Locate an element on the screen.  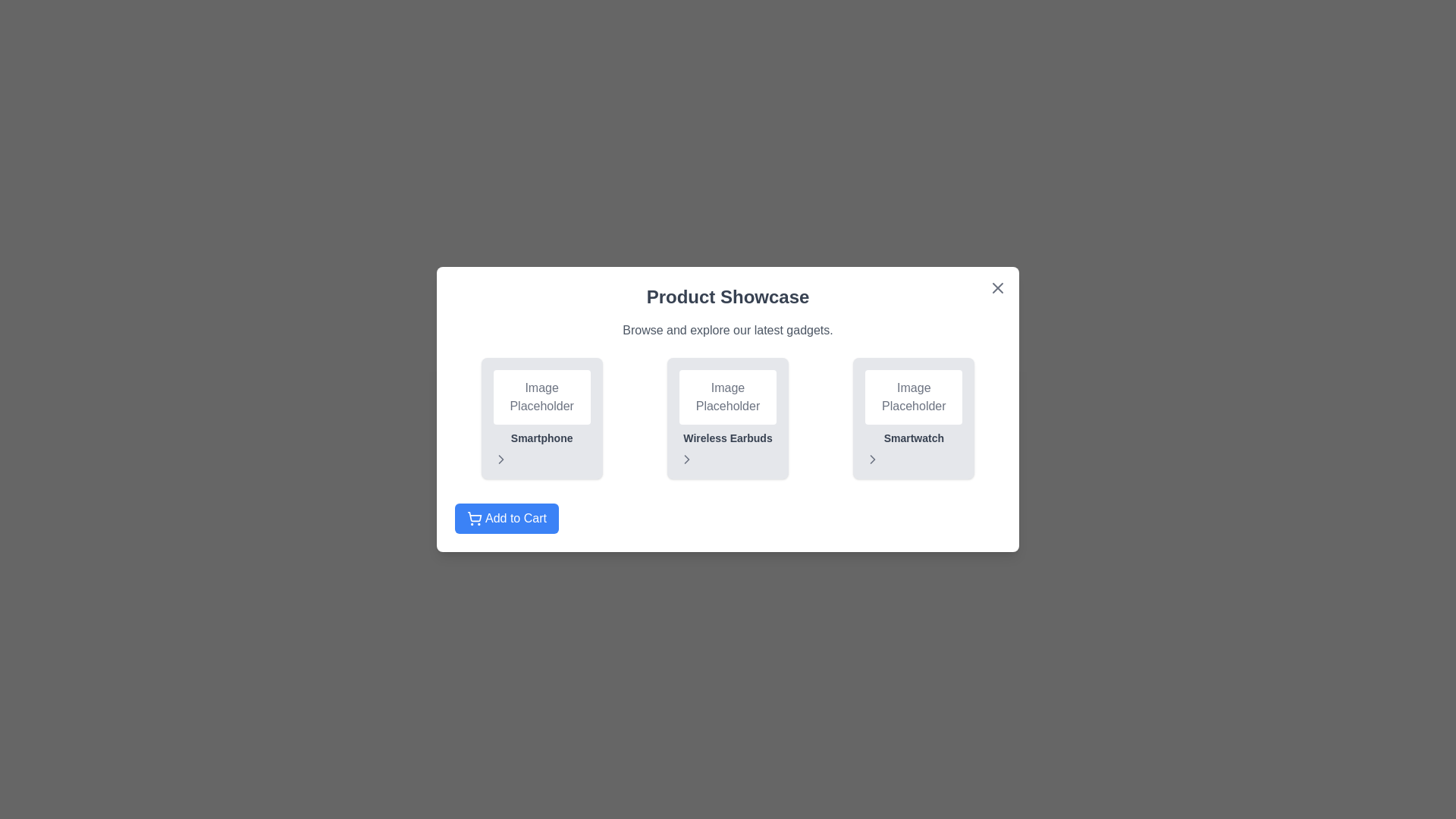
the right-chevron icon, which has a thin black outline and is located below the 'Smartwatch' text is located at coordinates (873, 458).